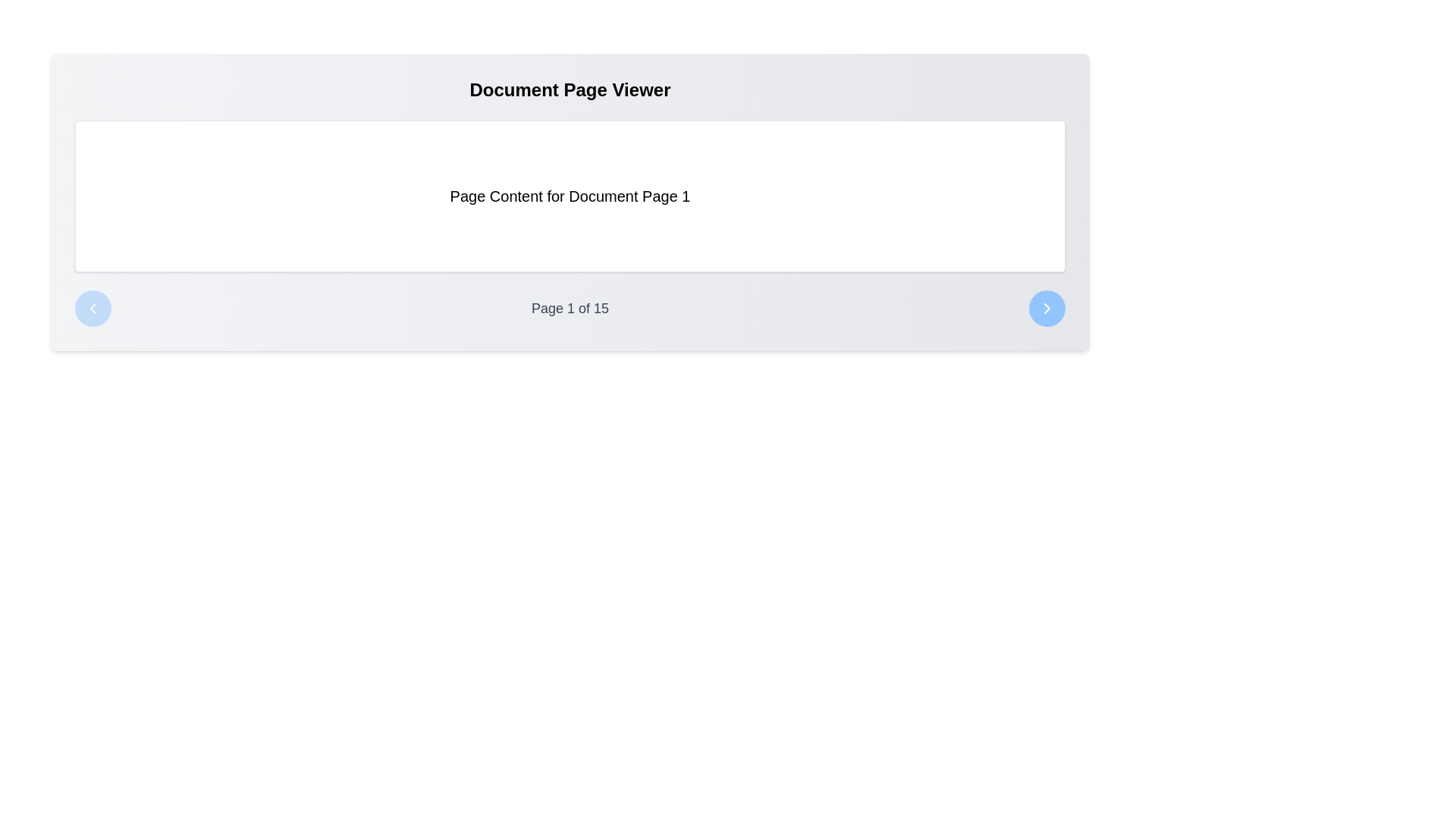 The width and height of the screenshot is (1456, 819). What do you see at coordinates (570, 90) in the screenshot?
I see `the title or heading element that serves as the main title for the document viewer interface, located at the top center of the interface` at bounding box center [570, 90].